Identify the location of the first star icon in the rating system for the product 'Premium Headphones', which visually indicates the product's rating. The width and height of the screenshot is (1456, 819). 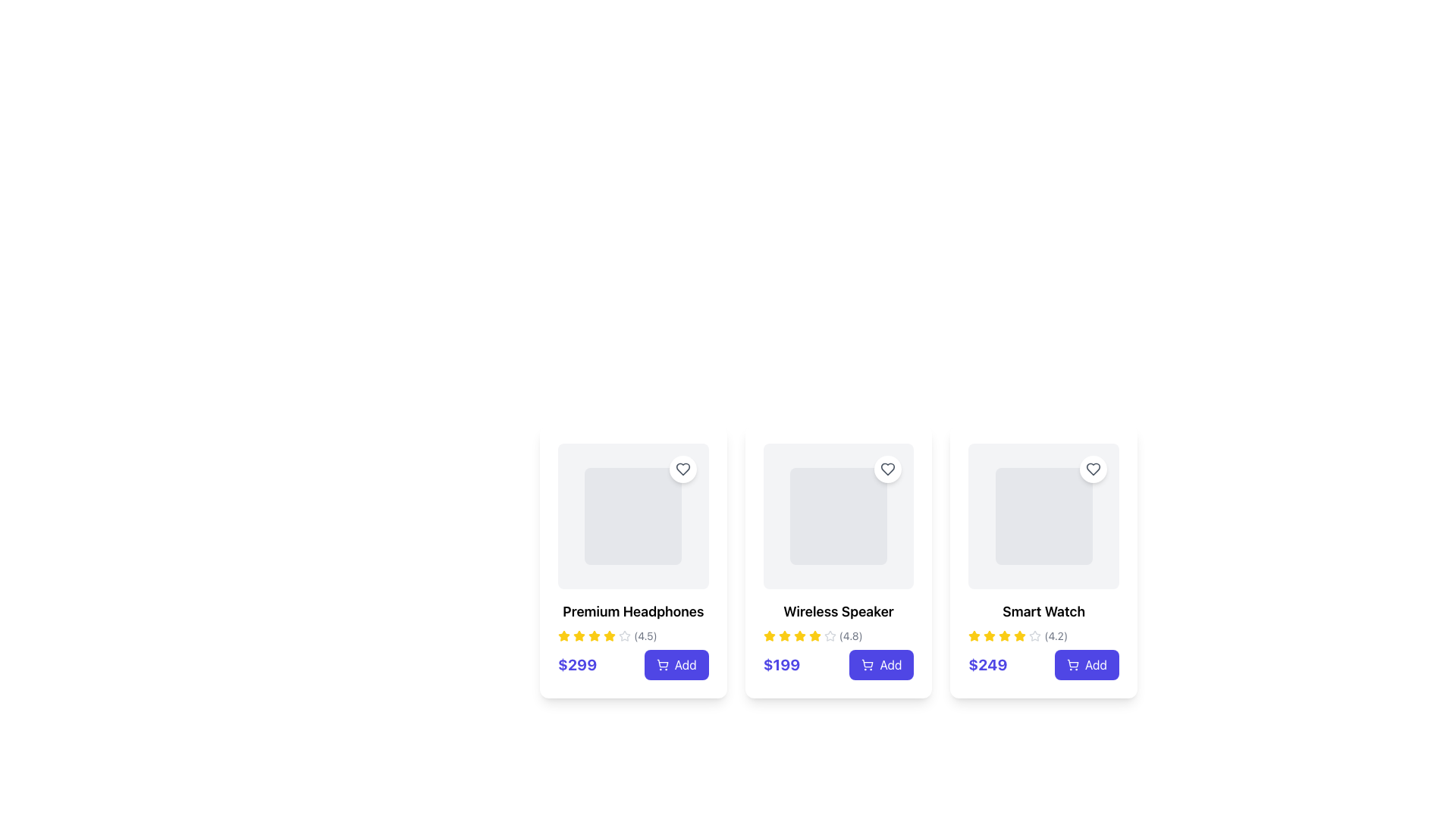
(563, 635).